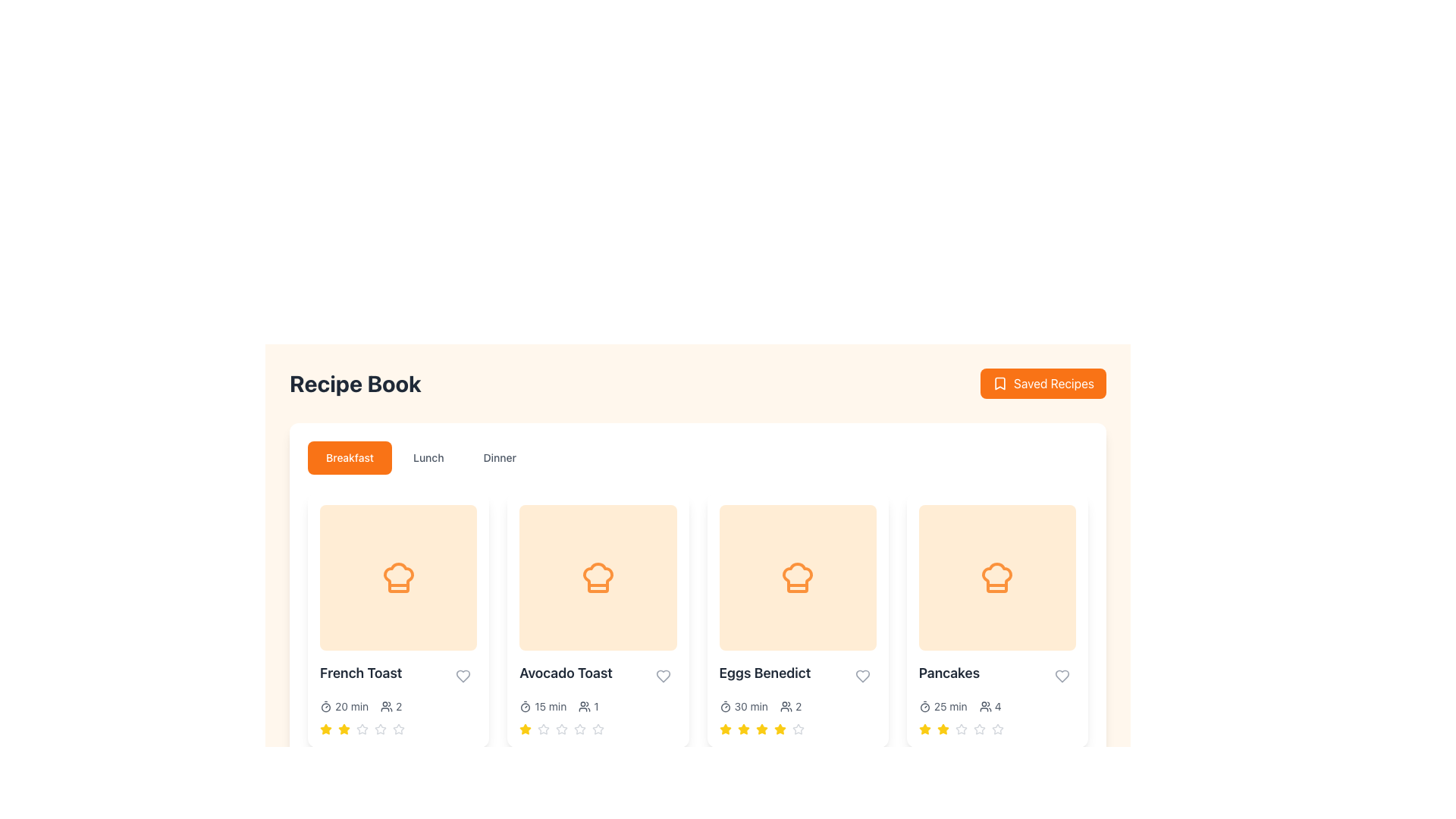 This screenshot has width=1456, height=819. Describe the element at coordinates (998, 707) in the screenshot. I see `the red-colored number '4' icon, which is part of the Pancakes card in the Recipe Book interface, located near the bottom-right corner next to the participants icon` at that location.